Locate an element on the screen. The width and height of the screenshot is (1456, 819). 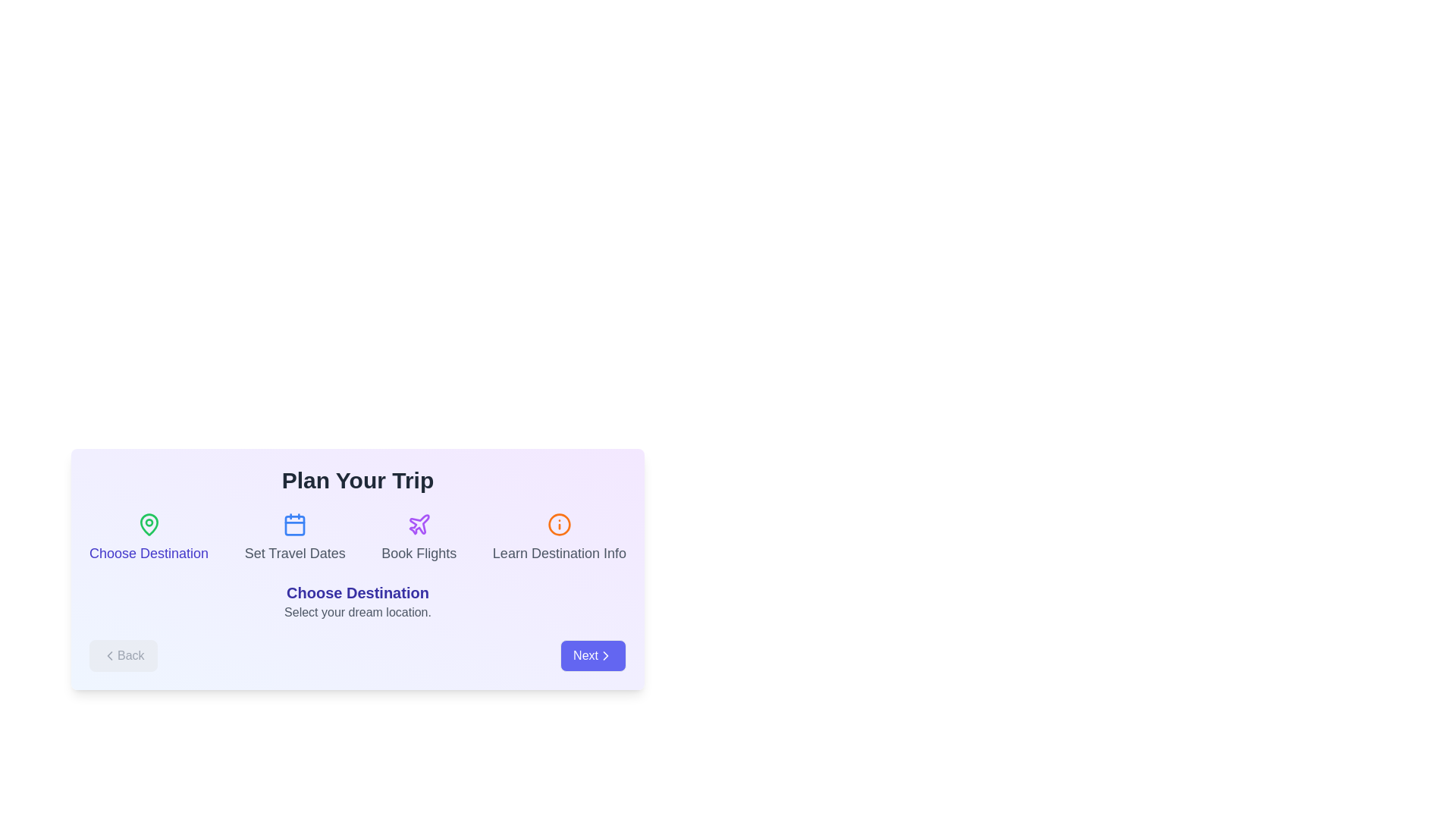
the calendar icon with a blue outline positioned directly above the 'Set Travel Dates' label is located at coordinates (295, 523).